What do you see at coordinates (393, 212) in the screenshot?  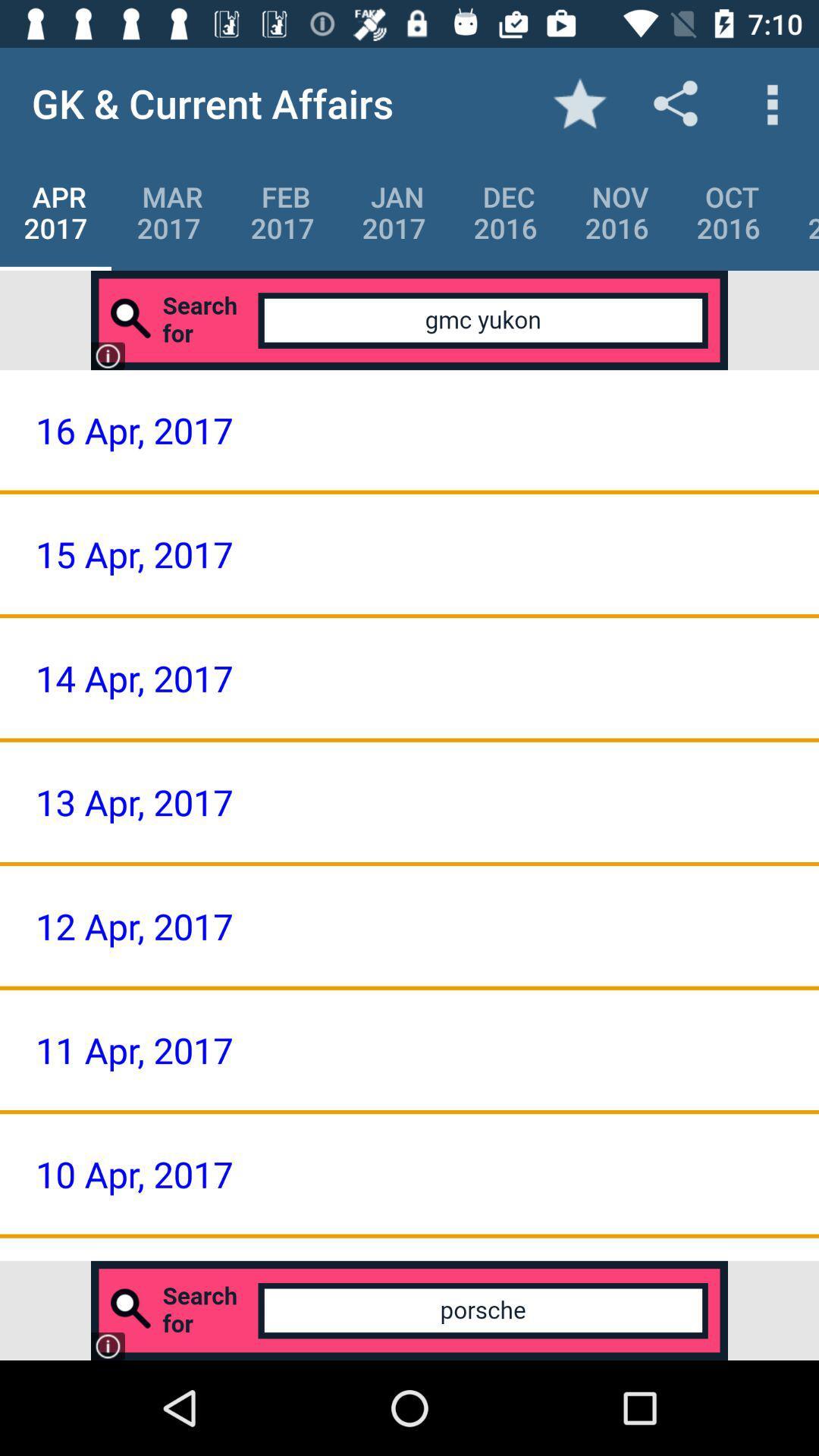 I see `icon next to the  dec` at bounding box center [393, 212].